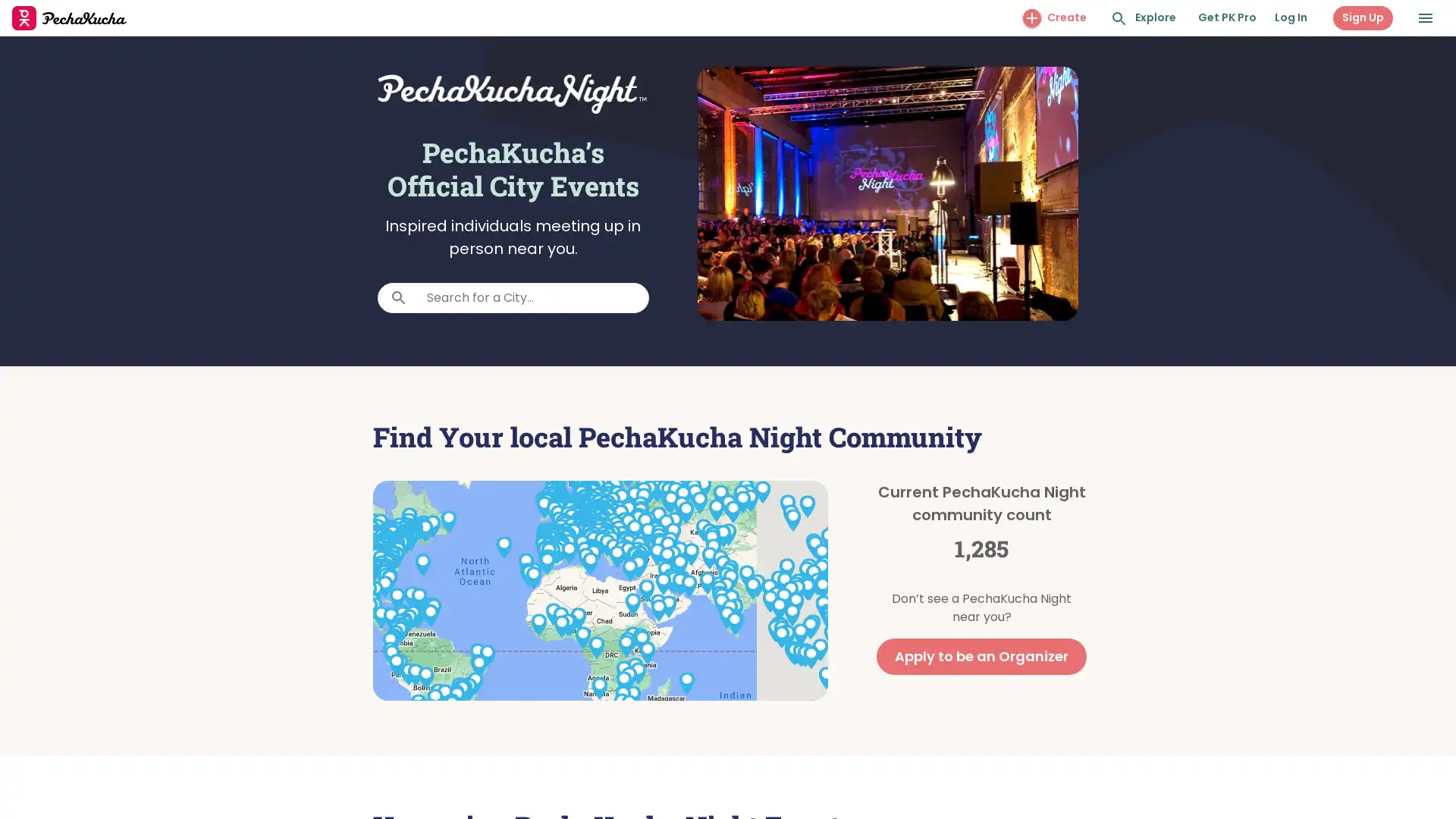 Image resolution: width=1456 pixels, height=819 pixels. Describe the element at coordinates (981, 656) in the screenshot. I see `Apply to be an Organizer` at that location.